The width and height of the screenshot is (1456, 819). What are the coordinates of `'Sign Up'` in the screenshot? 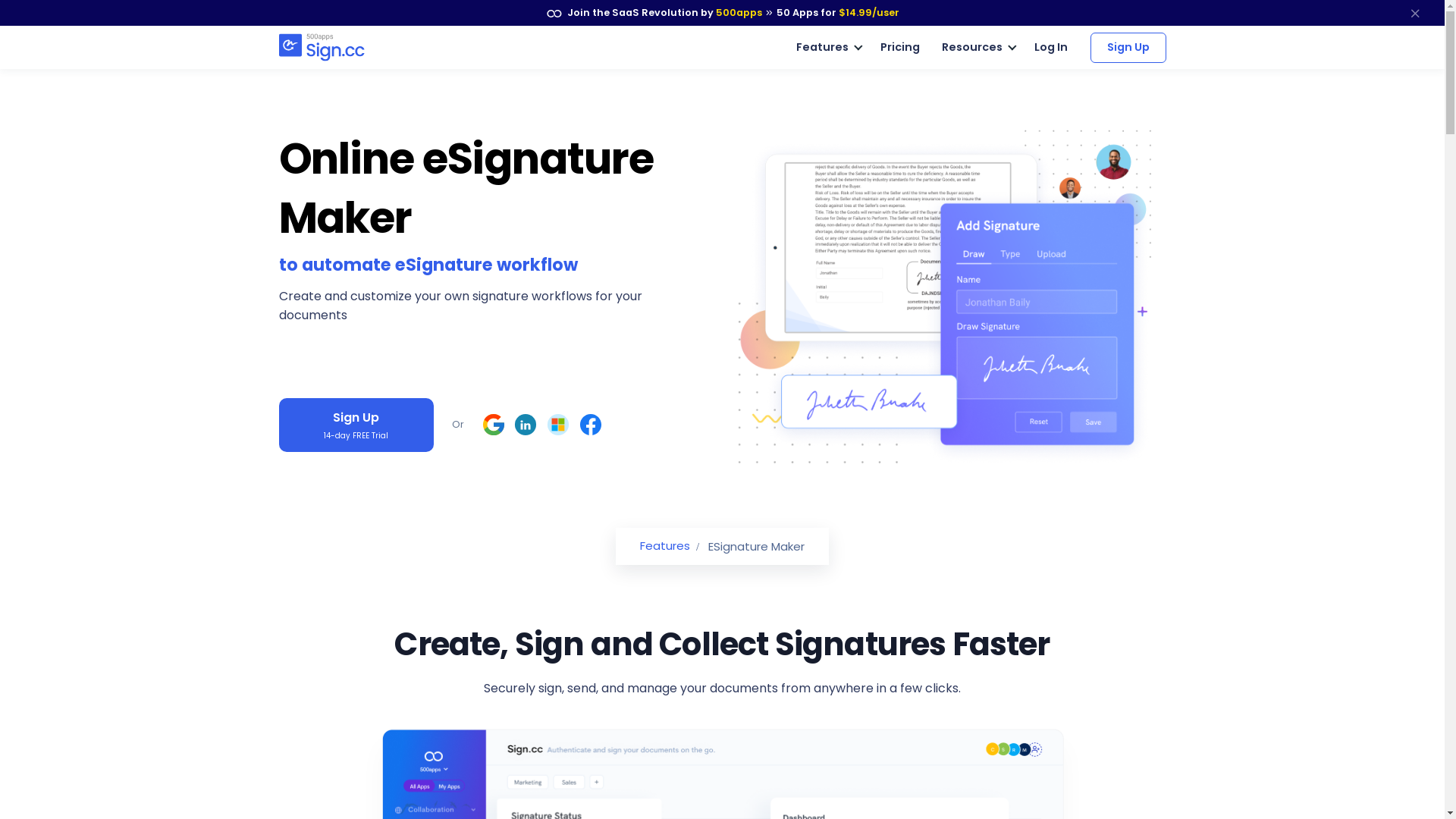 It's located at (1128, 45).